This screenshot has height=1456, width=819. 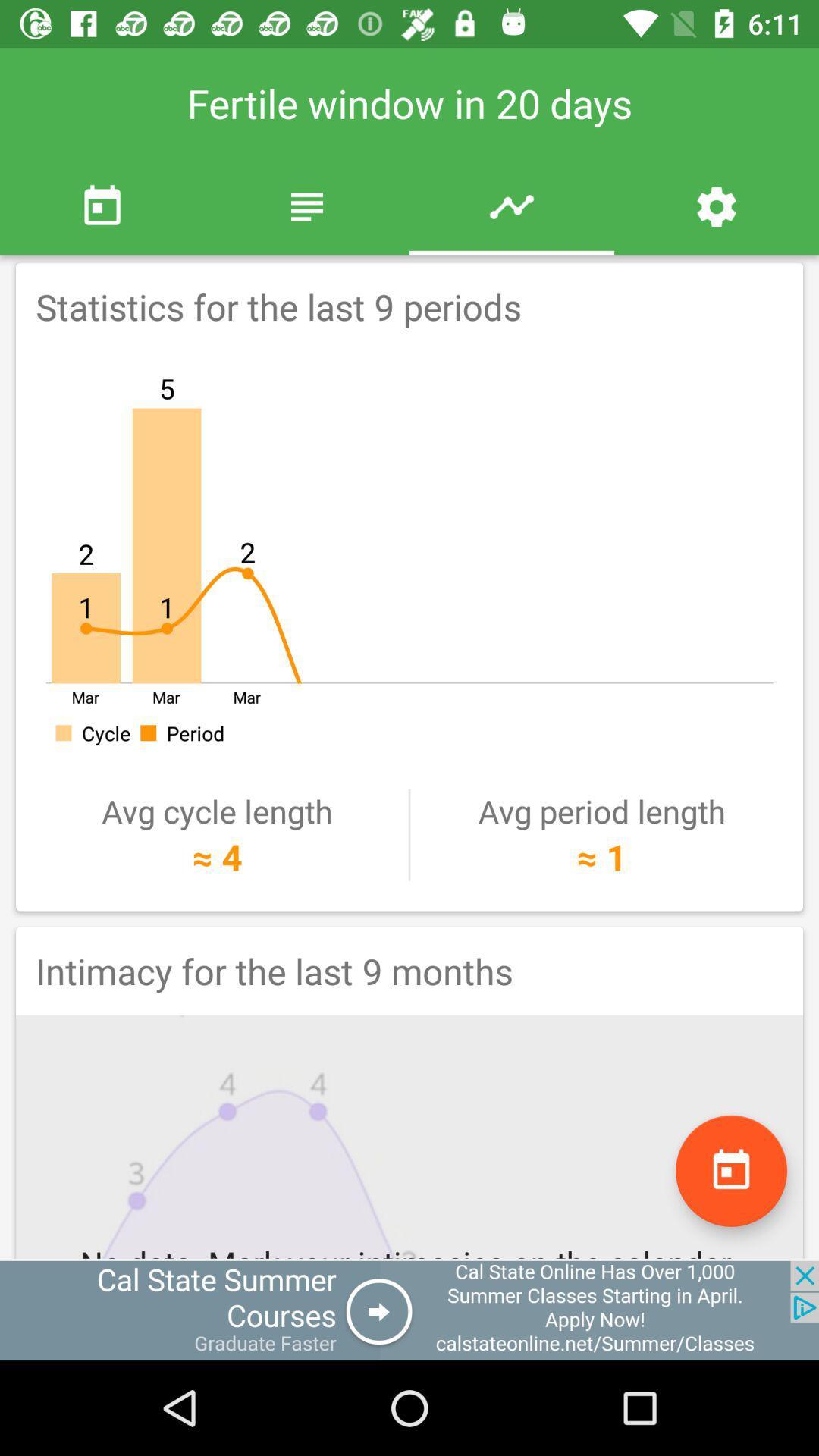 What do you see at coordinates (730, 1170) in the screenshot?
I see `the date_range icon` at bounding box center [730, 1170].